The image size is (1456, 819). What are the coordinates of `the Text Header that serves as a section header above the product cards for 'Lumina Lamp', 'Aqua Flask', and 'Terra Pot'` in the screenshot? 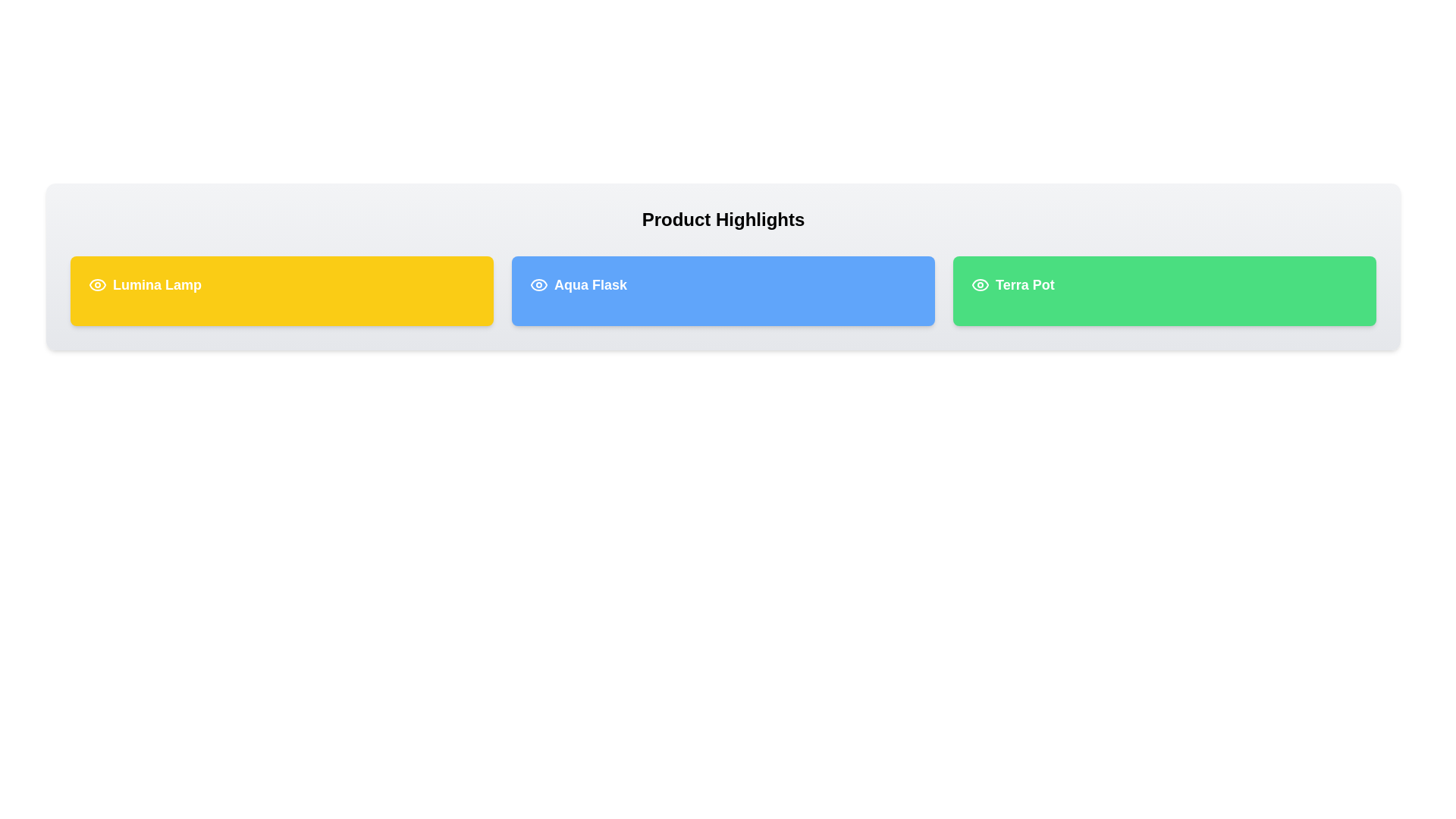 It's located at (723, 219).